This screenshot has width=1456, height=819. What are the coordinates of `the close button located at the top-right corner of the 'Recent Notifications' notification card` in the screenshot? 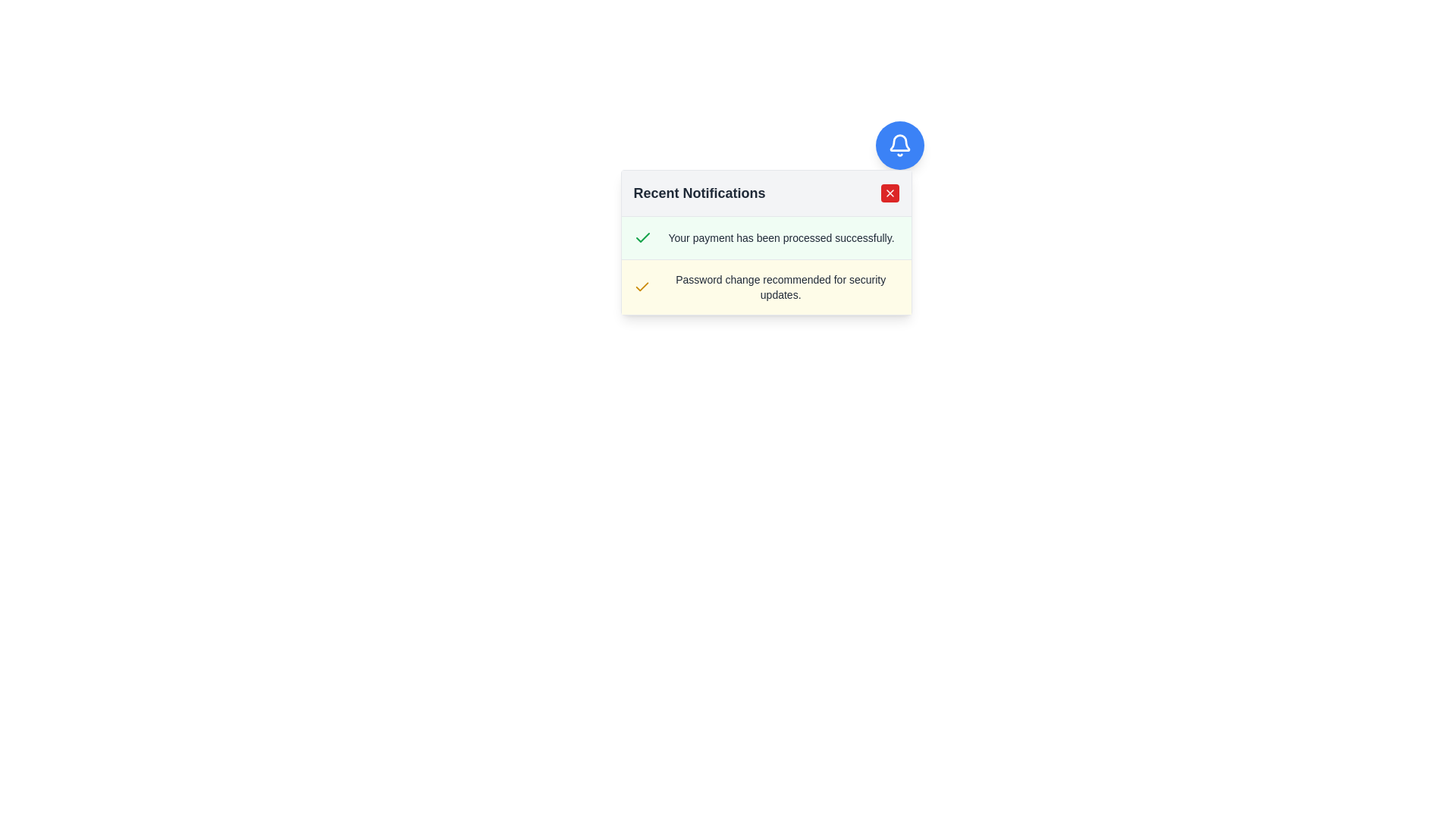 It's located at (890, 192).